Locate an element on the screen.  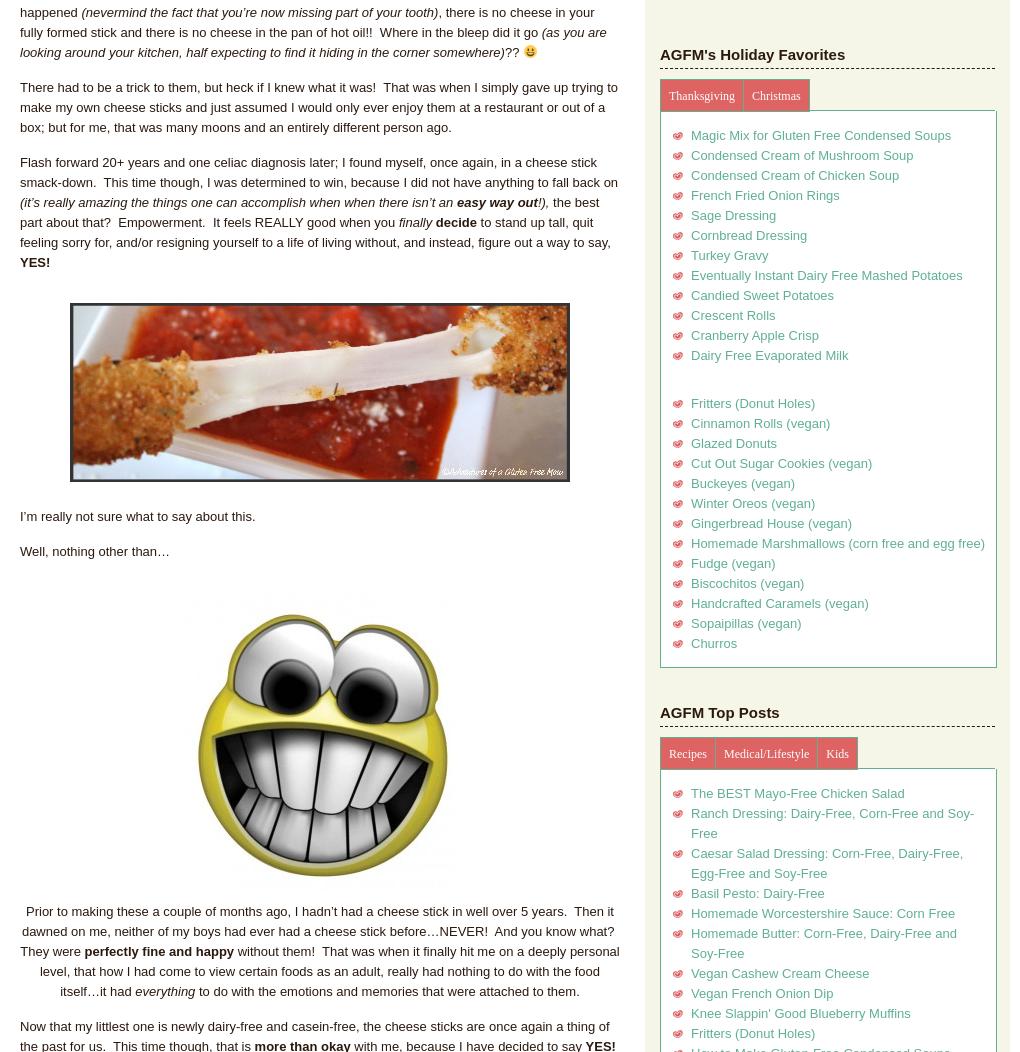
'Gingerbread House (vegan)' is located at coordinates (690, 522).